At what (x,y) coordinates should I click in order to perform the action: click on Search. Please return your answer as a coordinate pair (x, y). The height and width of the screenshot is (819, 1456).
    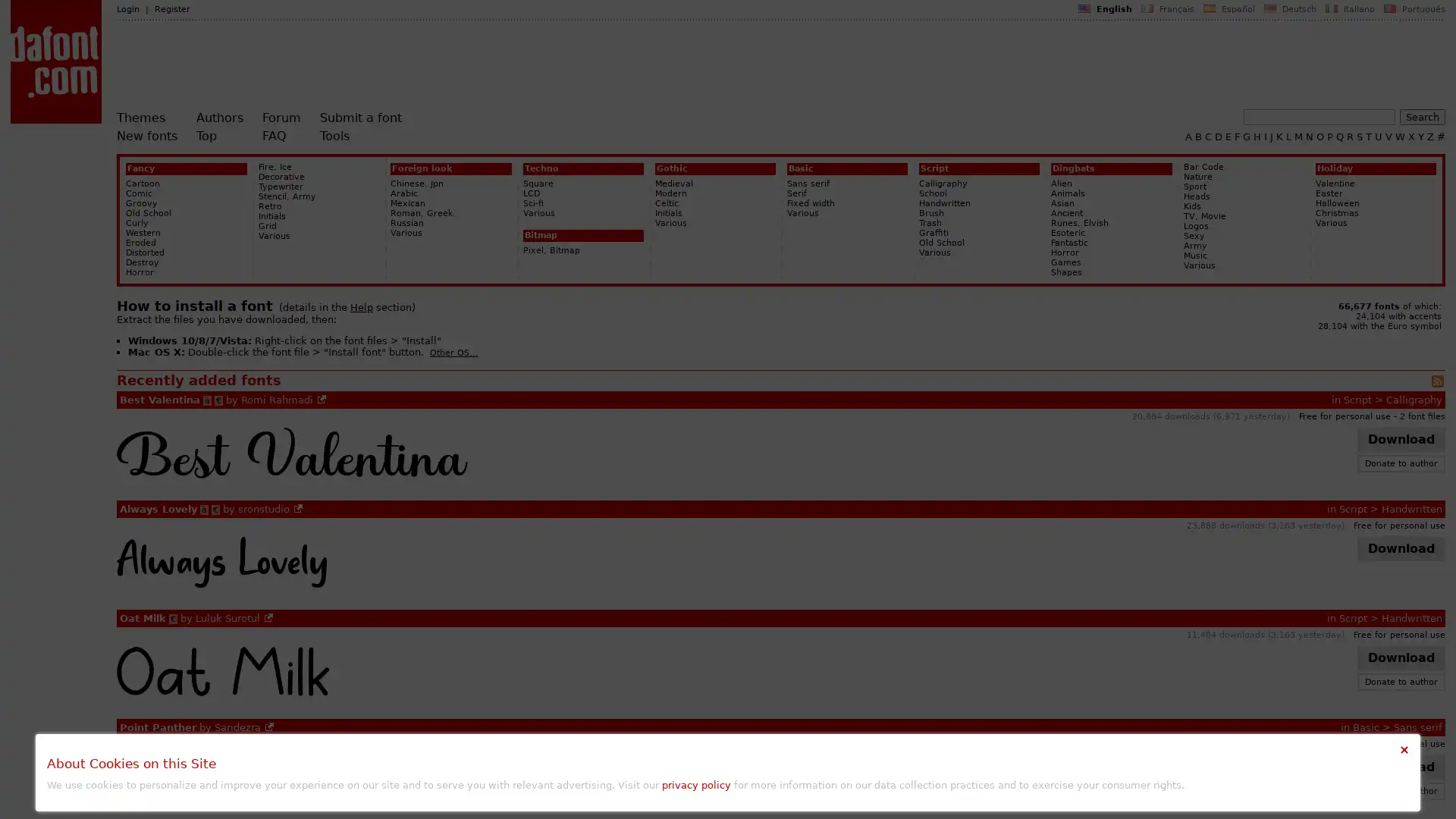
    Looking at the image, I should click on (1422, 116).